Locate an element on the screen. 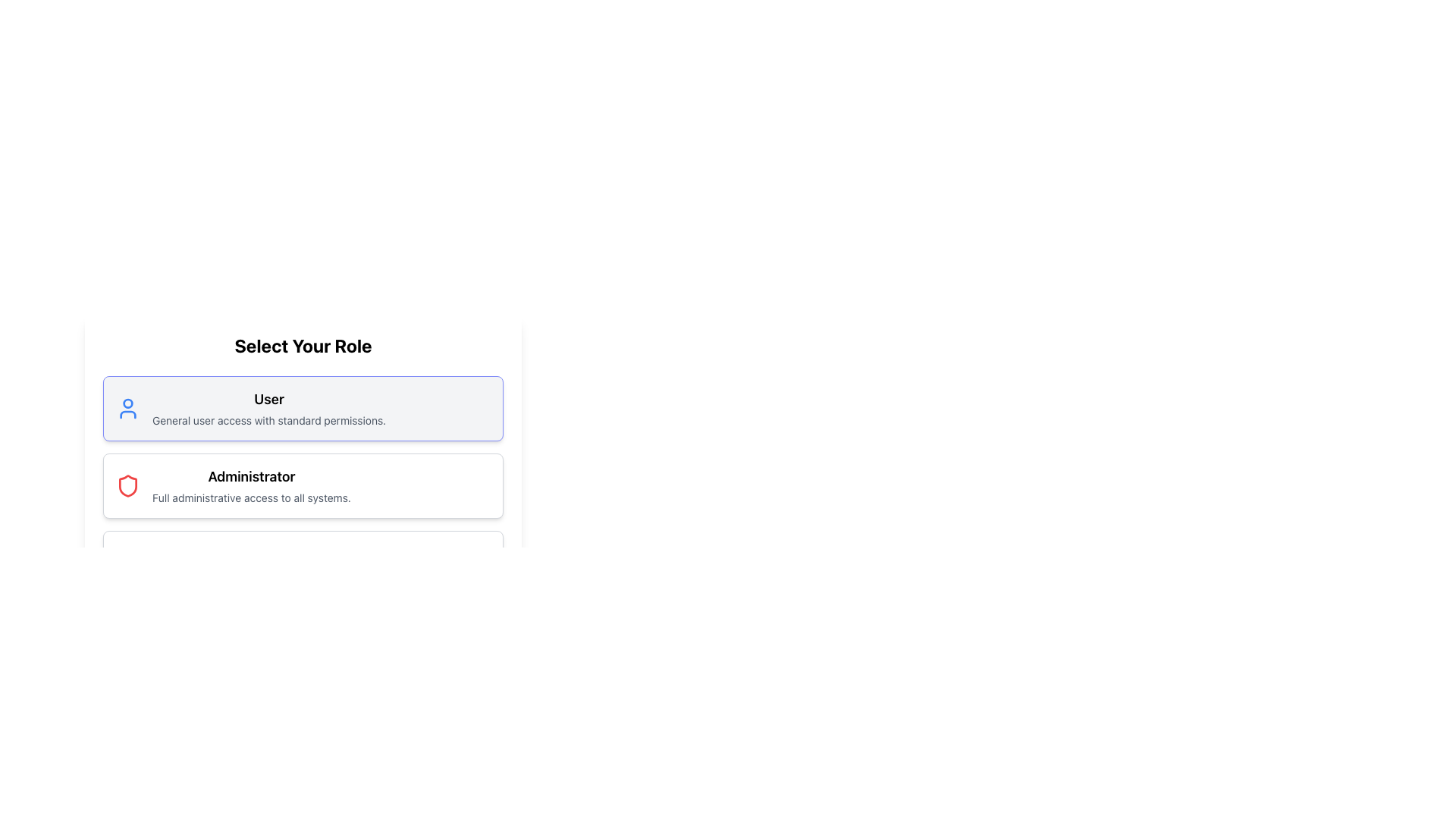 The width and height of the screenshot is (1456, 819). the shield icon representing administrative access located in the 'Select Your Role' interface, specifically within the 'Administrator' box is located at coordinates (127, 485).